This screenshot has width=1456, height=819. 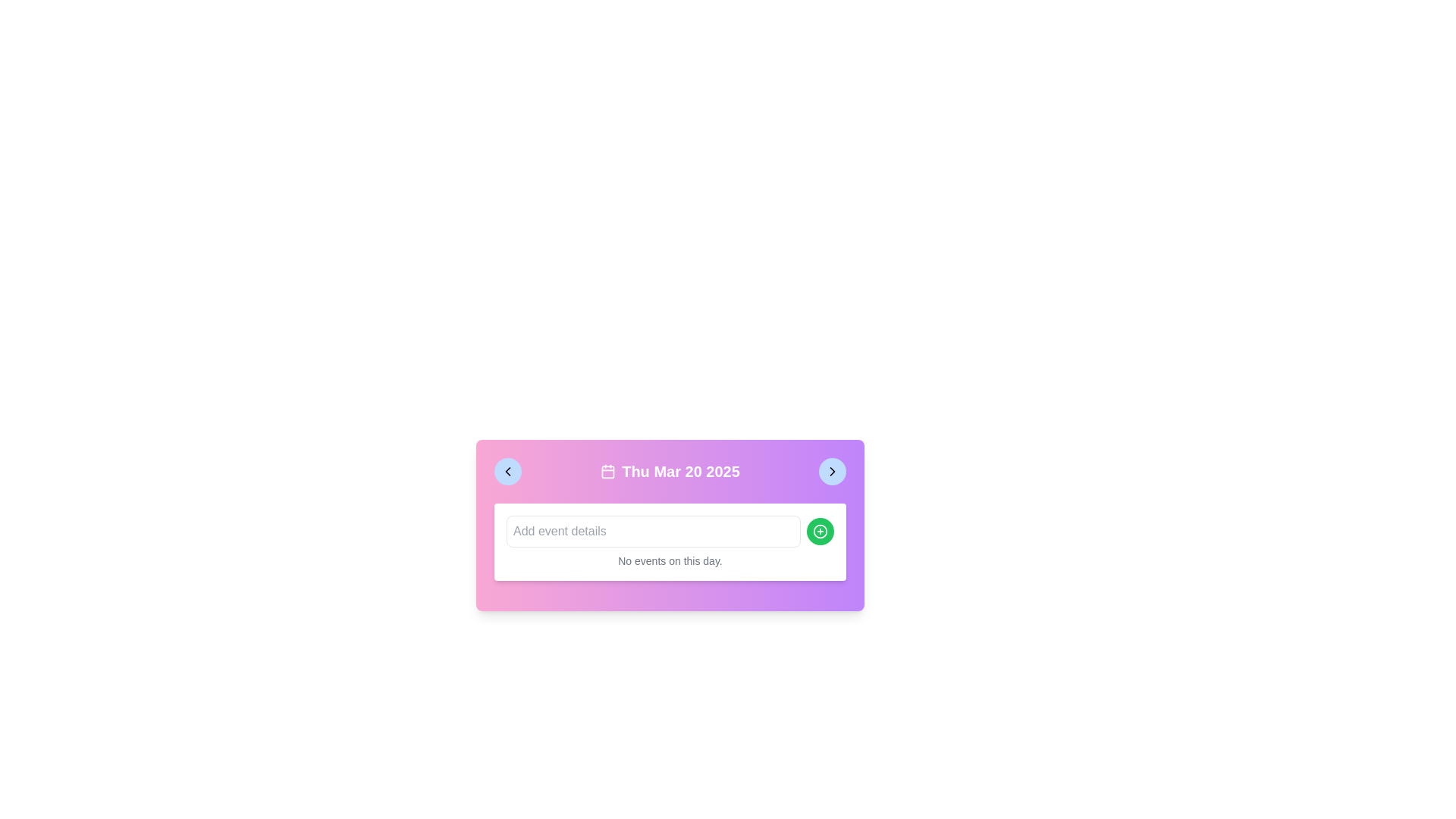 I want to click on the 'Add New Entry' button located to the right of the 'Add event details' text input field, so click(x=819, y=531).